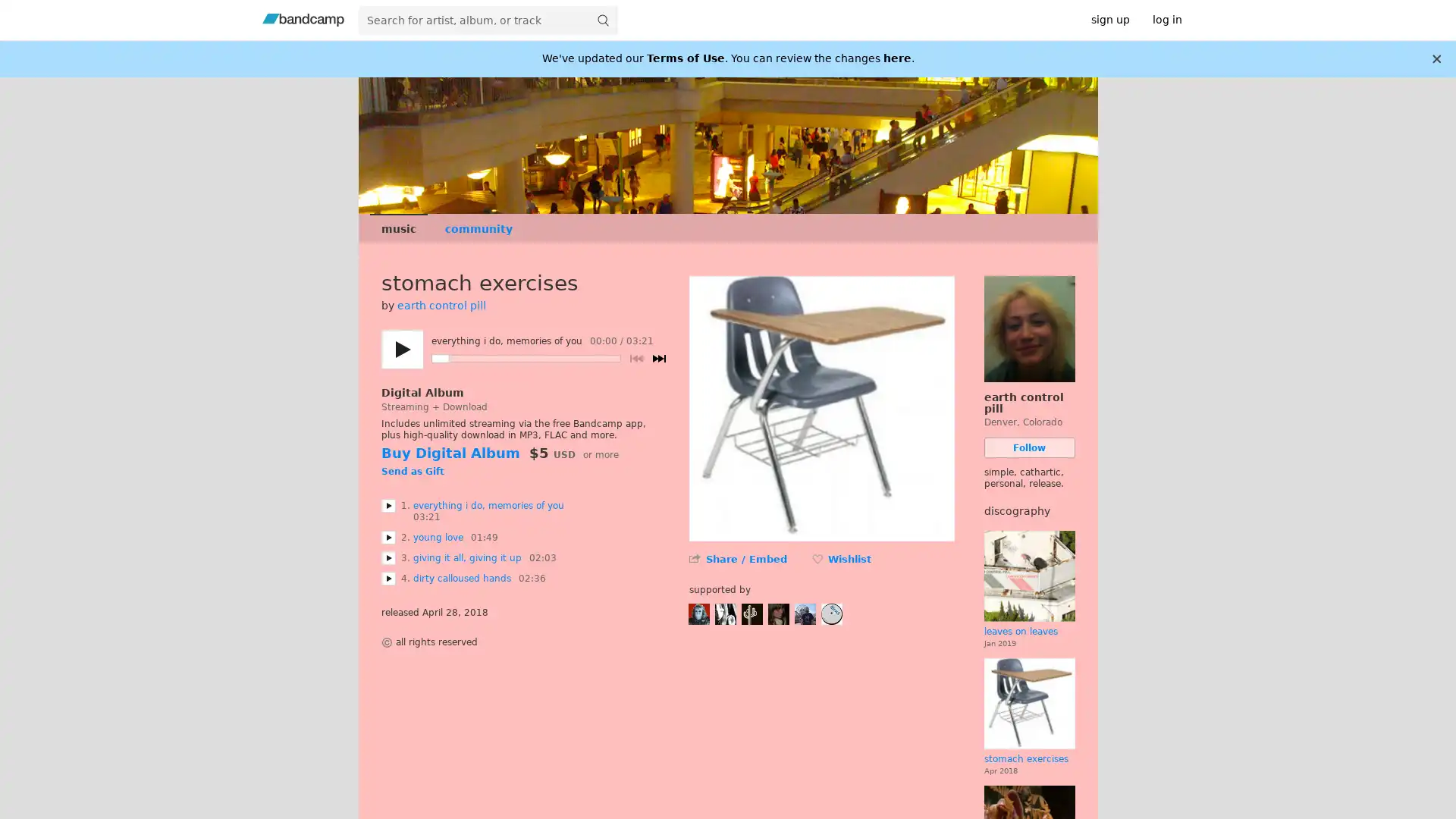 Image resolution: width=1456 pixels, height=819 pixels. Describe the element at coordinates (602, 20) in the screenshot. I see `submit for full search page` at that location.